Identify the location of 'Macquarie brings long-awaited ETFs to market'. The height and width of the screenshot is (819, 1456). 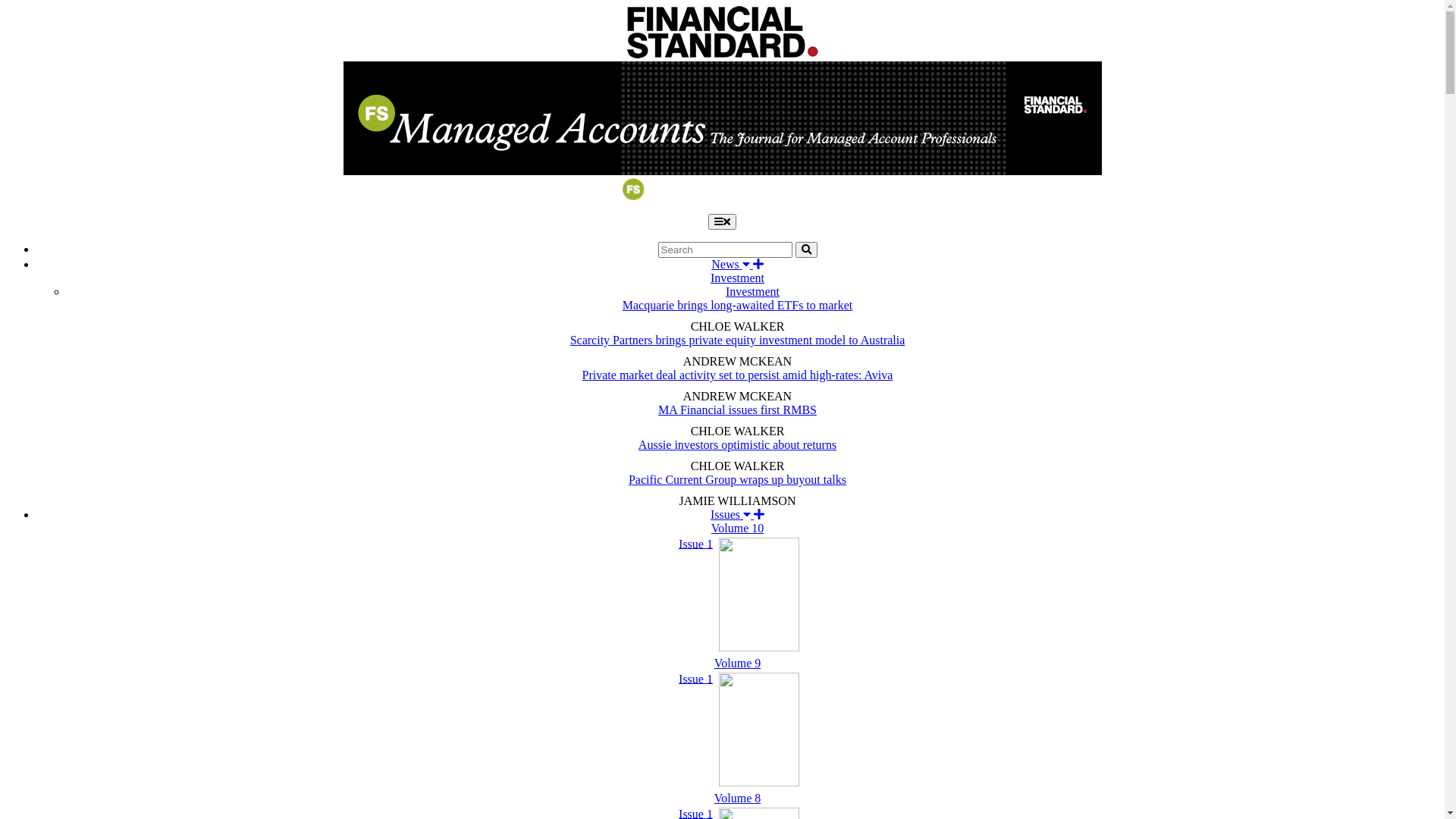
(737, 305).